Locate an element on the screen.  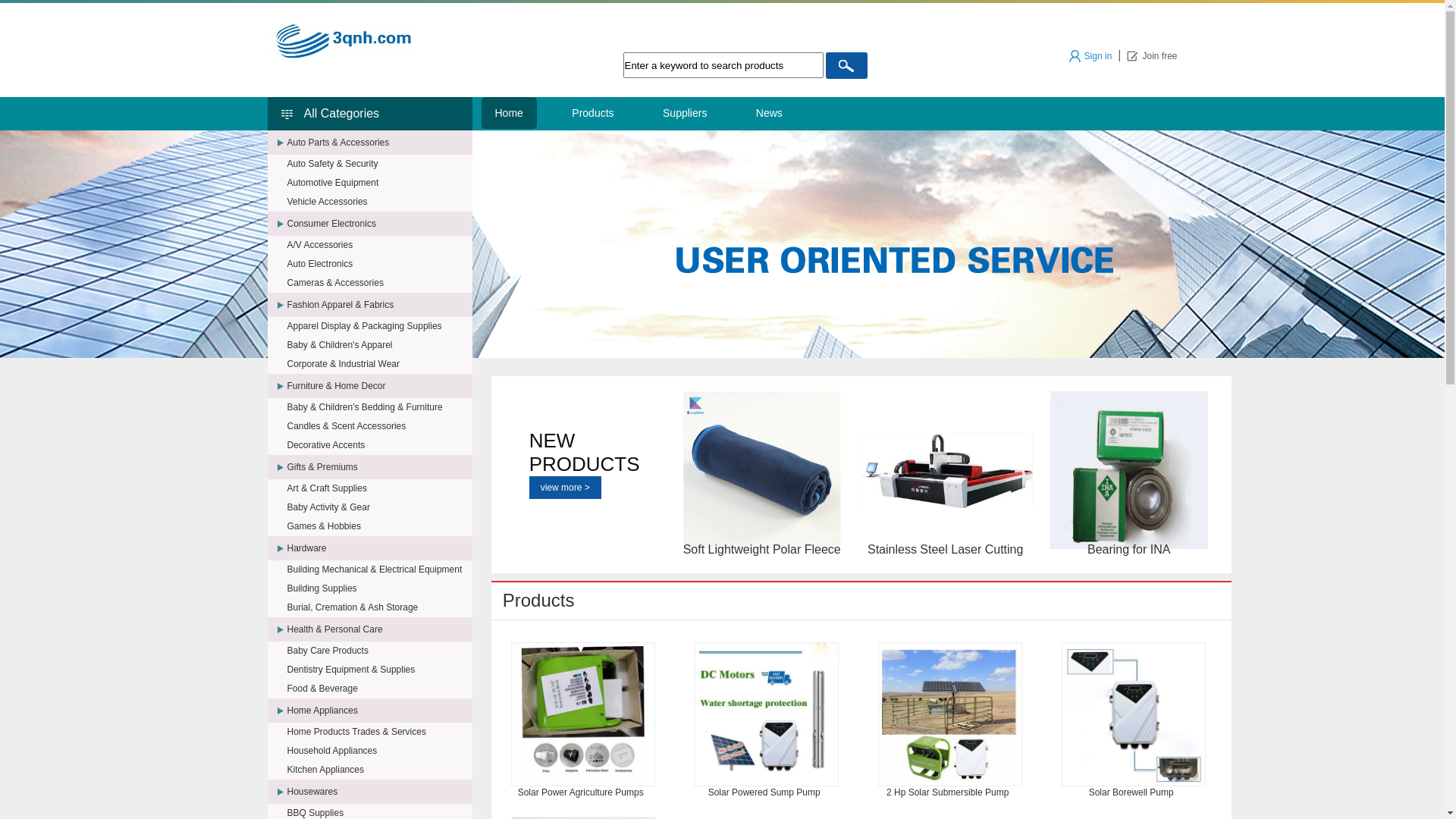
'Cameras & Accessories' is located at coordinates (378, 283).